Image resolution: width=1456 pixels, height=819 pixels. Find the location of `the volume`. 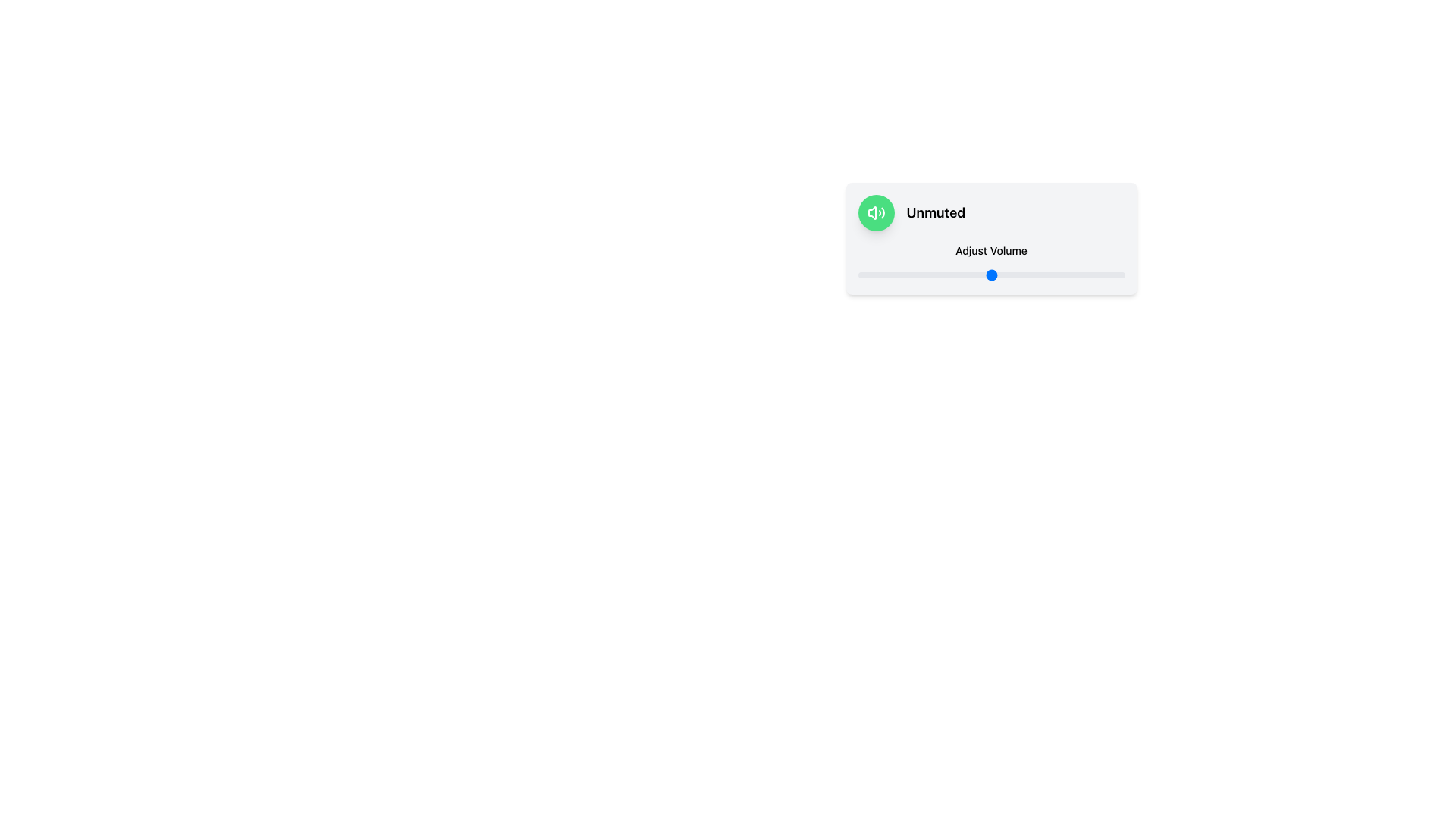

the volume is located at coordinates (871, 275).